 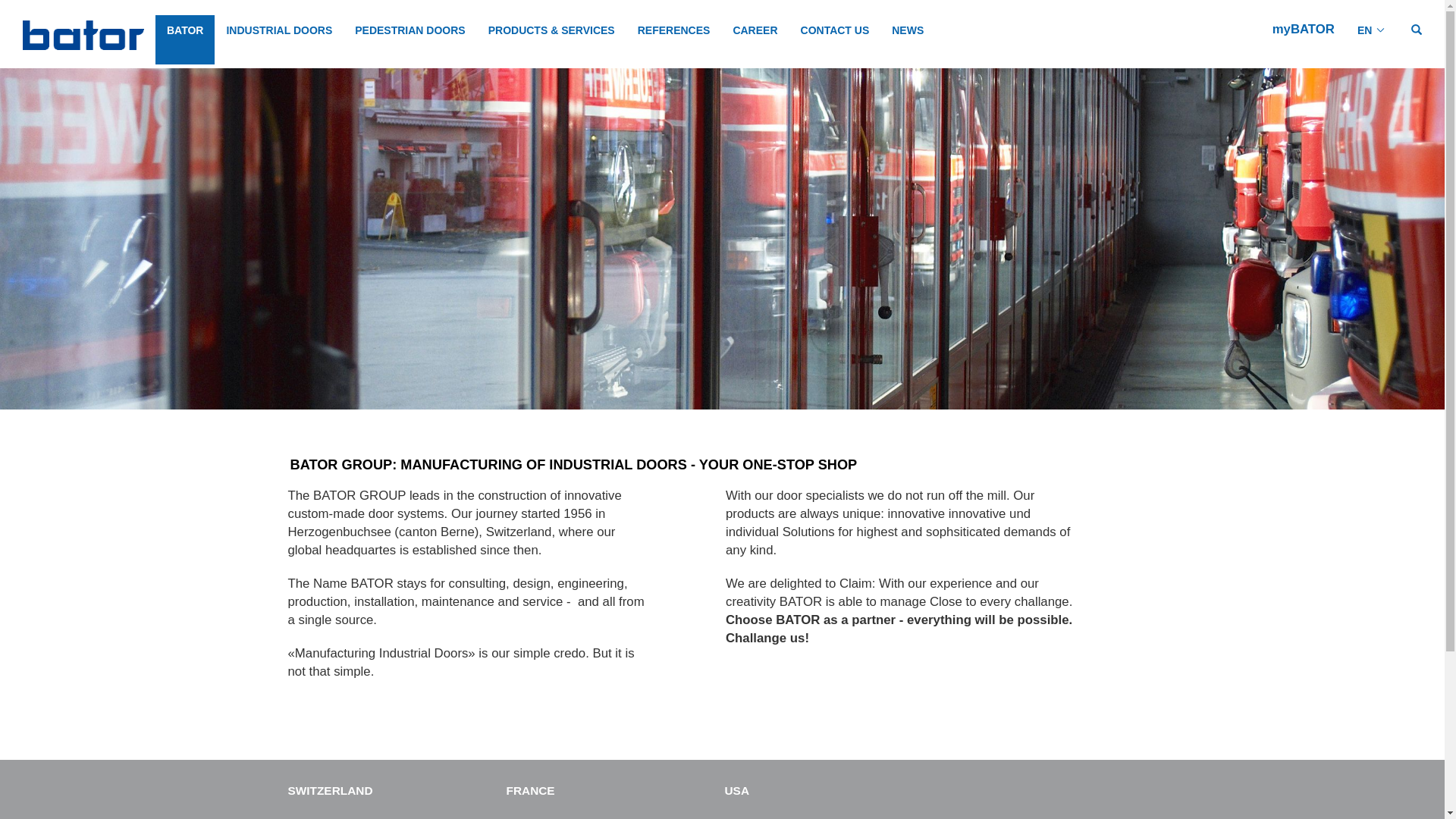 I want to click on 'myBATOR', so click(x=1302, y=29).